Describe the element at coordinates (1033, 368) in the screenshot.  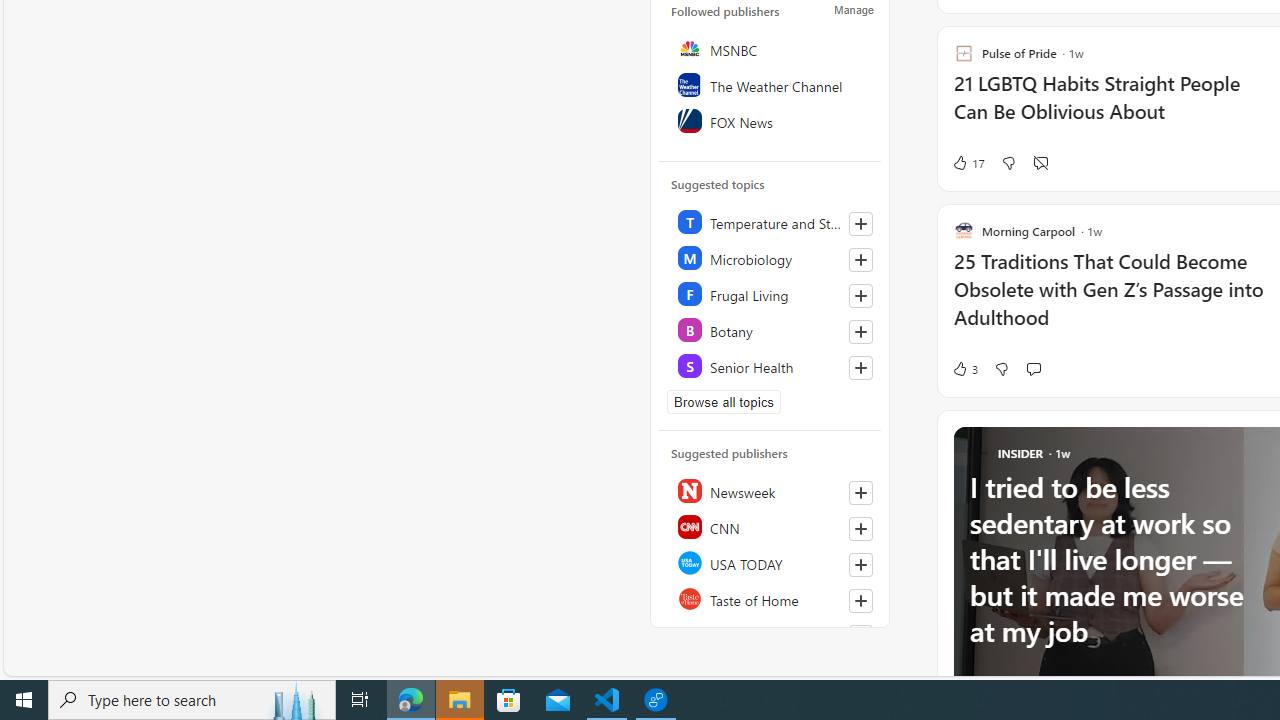
I see `'Start the conversation'` at that location.